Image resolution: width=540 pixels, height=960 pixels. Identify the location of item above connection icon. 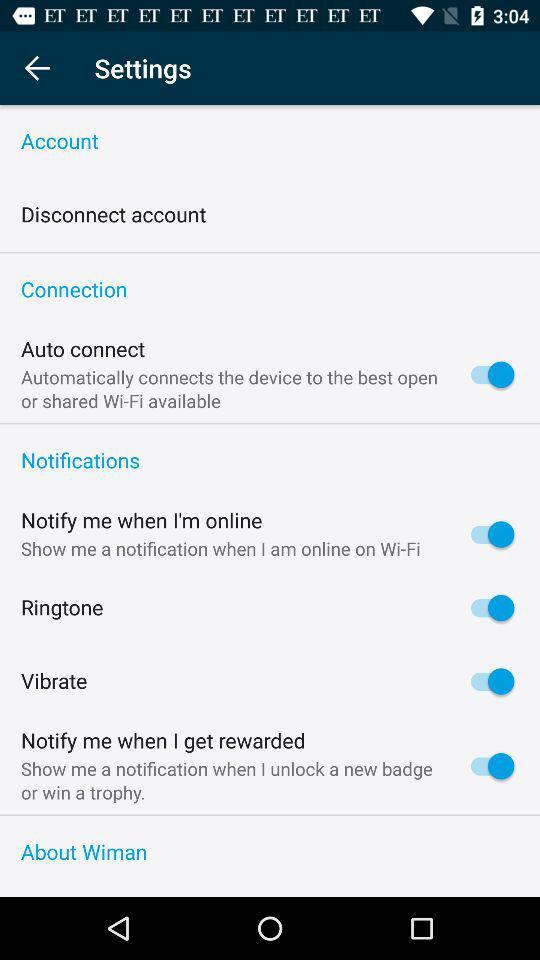
(270, 251).